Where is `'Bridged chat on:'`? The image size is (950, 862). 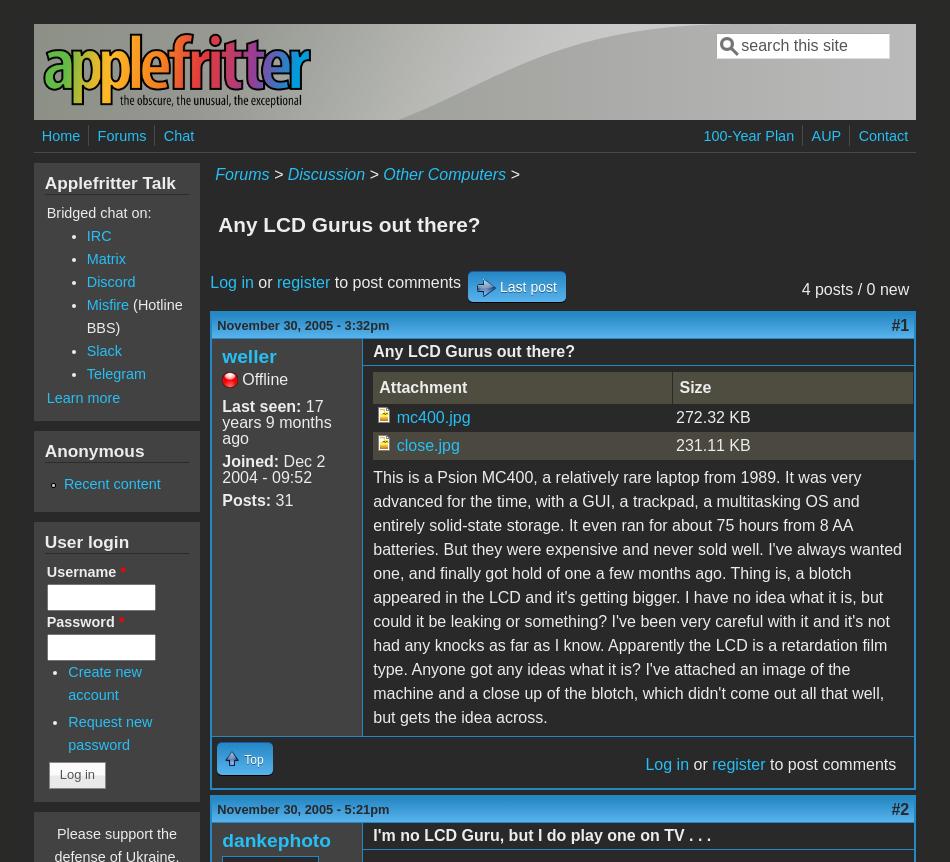
'Bridged chat on:' is located at coordinates (98, 213).